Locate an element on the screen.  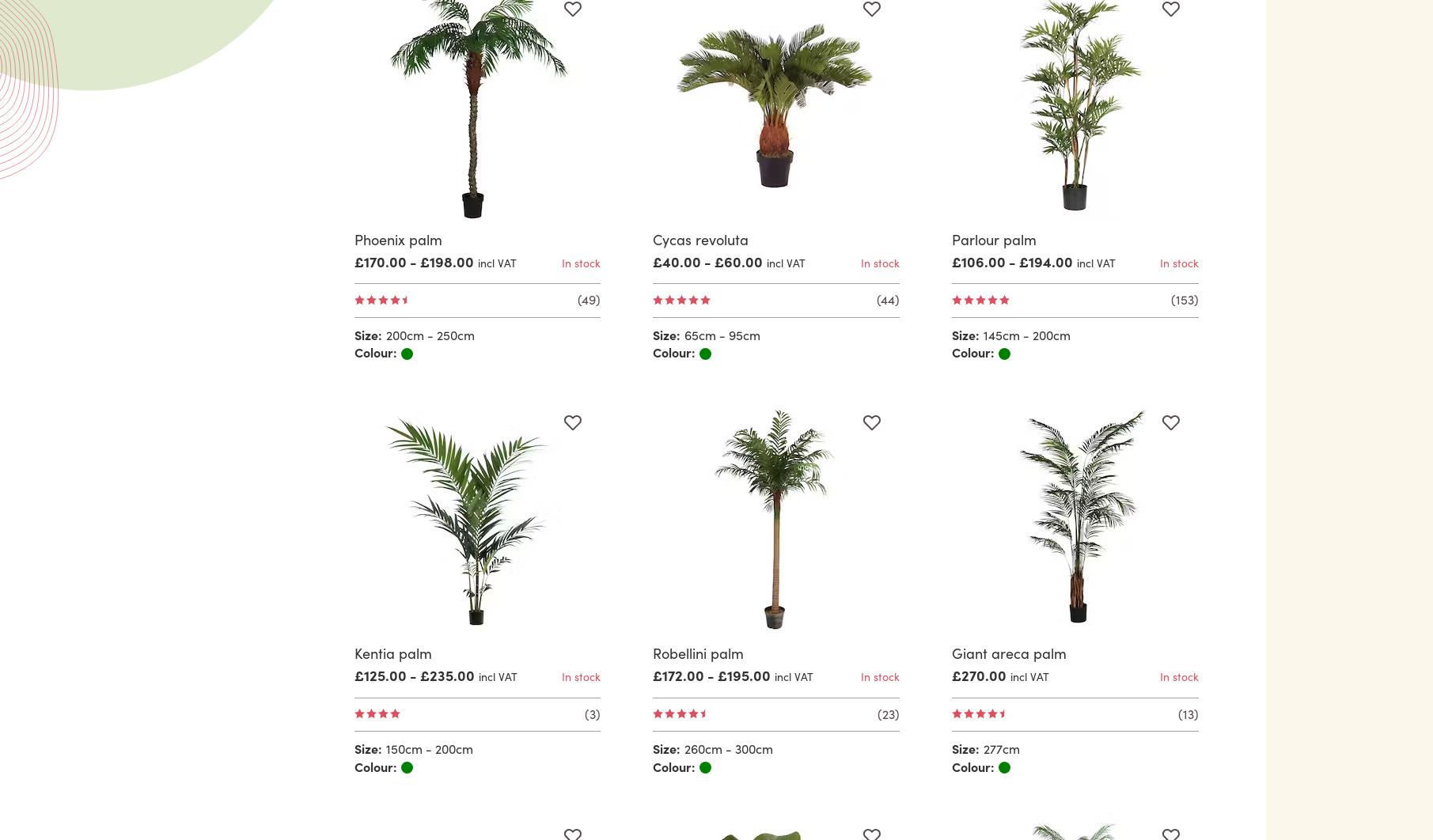
'£270.00' is located at coordinates (979, 674).